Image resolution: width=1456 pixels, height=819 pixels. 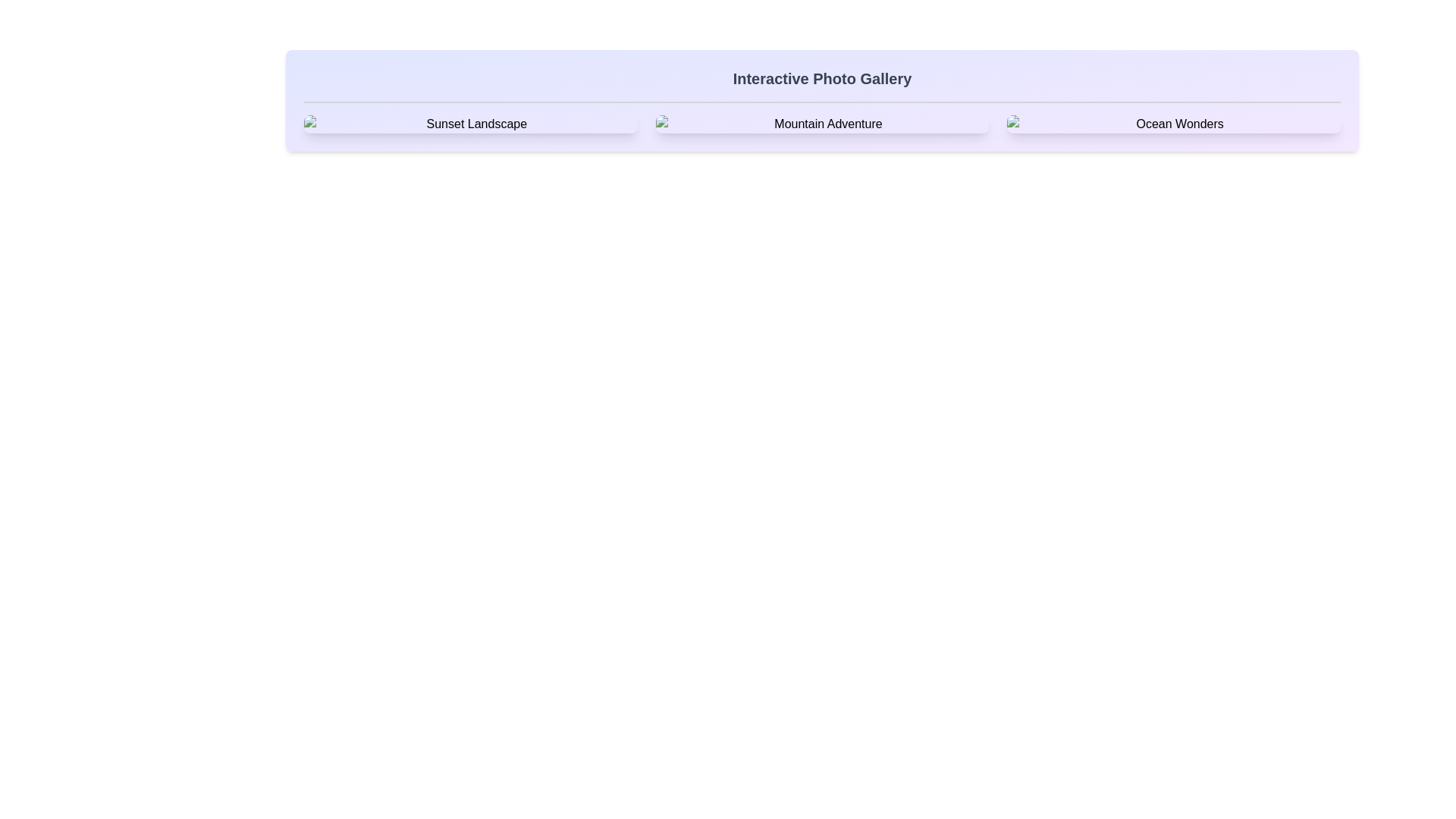 What do you see at coordinates (469, 140) in the screenshot?
I see `the 'Like' button in the Button group located below the title 'Sunset Landscape' to express liking for the content` at bounding box center [469, 140].